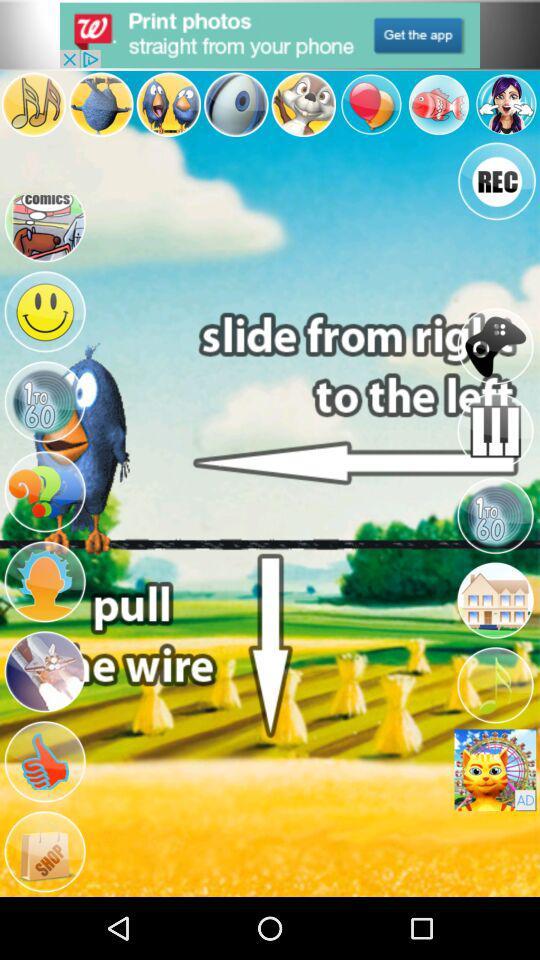  Describe the element at coordinates (494, 732) in the screenshot. I see `the music icon` at that location.